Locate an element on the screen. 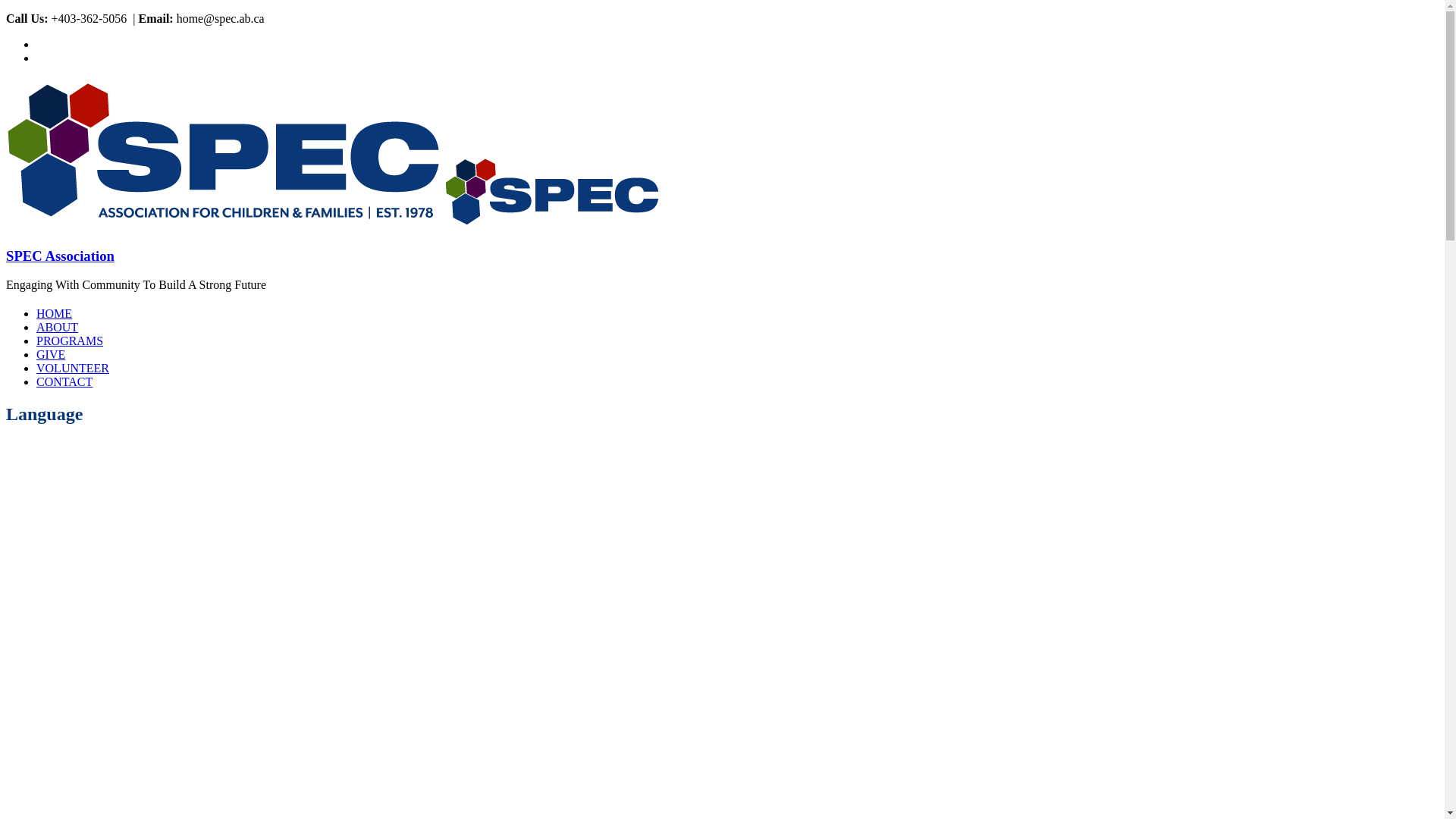  'HOME' is located at coordinates (54, 312).